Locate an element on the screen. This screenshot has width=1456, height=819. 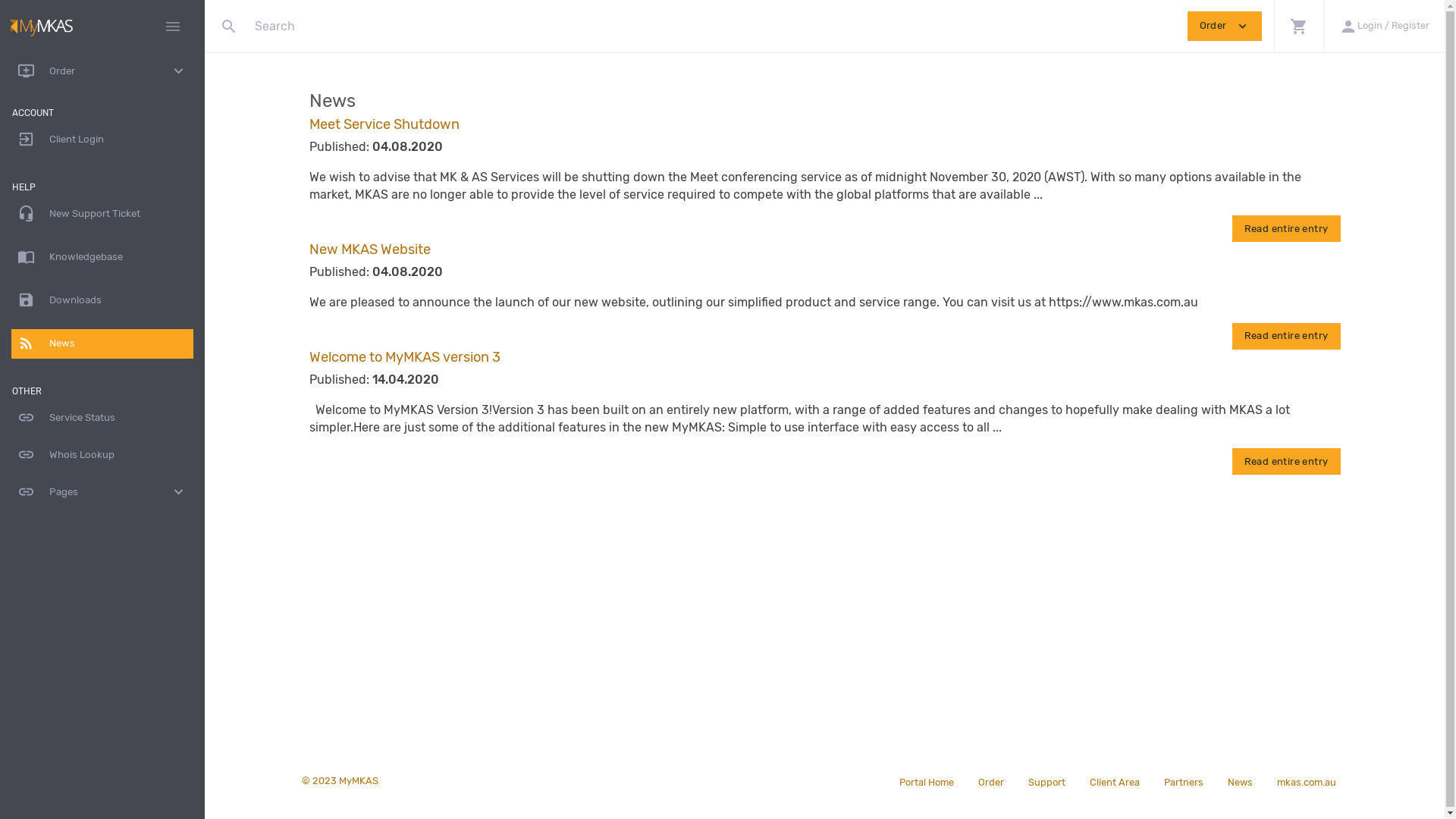
'New MKAS Website' is located at coordinates (370, 248).